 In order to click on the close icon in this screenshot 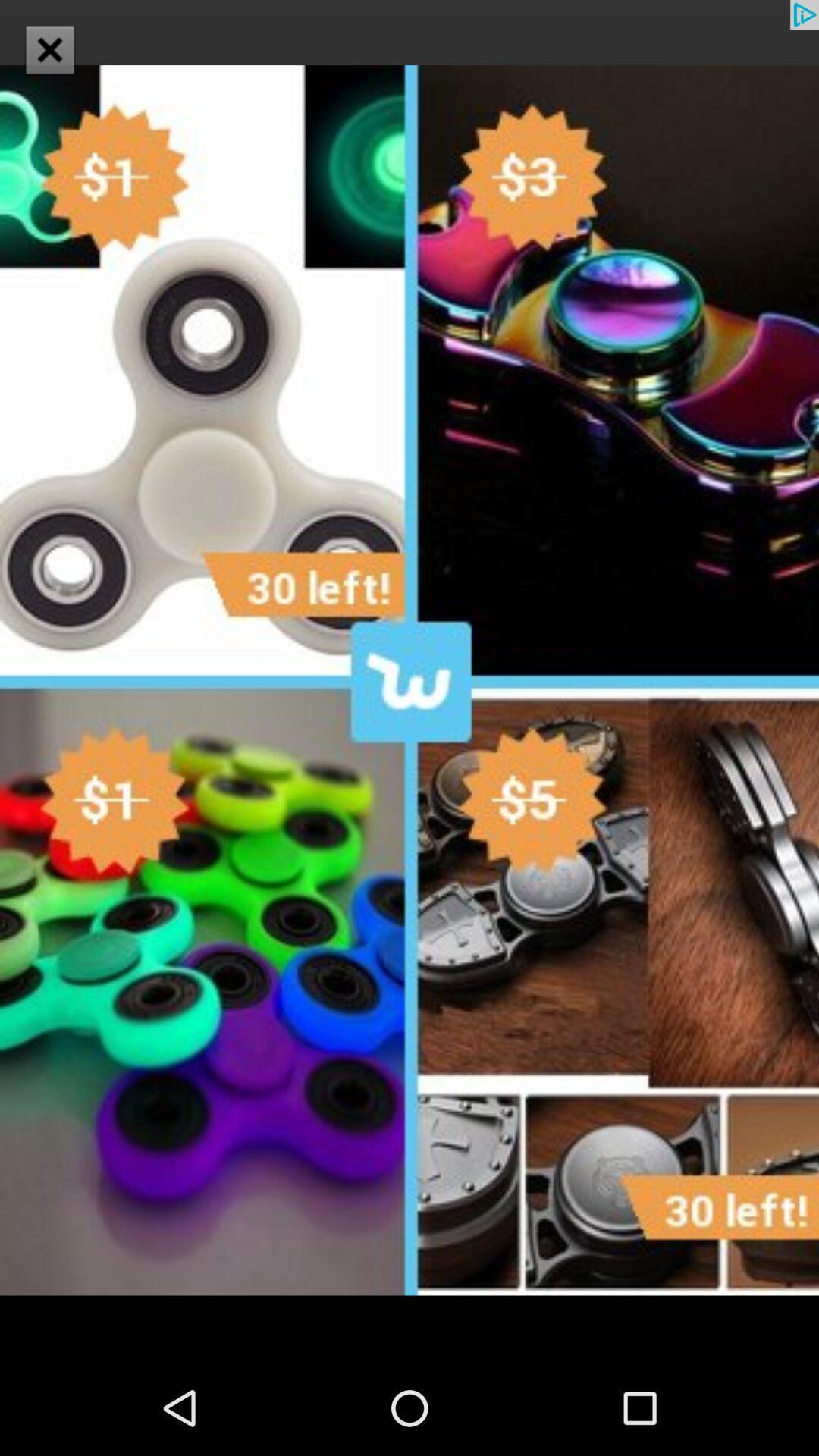, I will do `click(49, 53)`.